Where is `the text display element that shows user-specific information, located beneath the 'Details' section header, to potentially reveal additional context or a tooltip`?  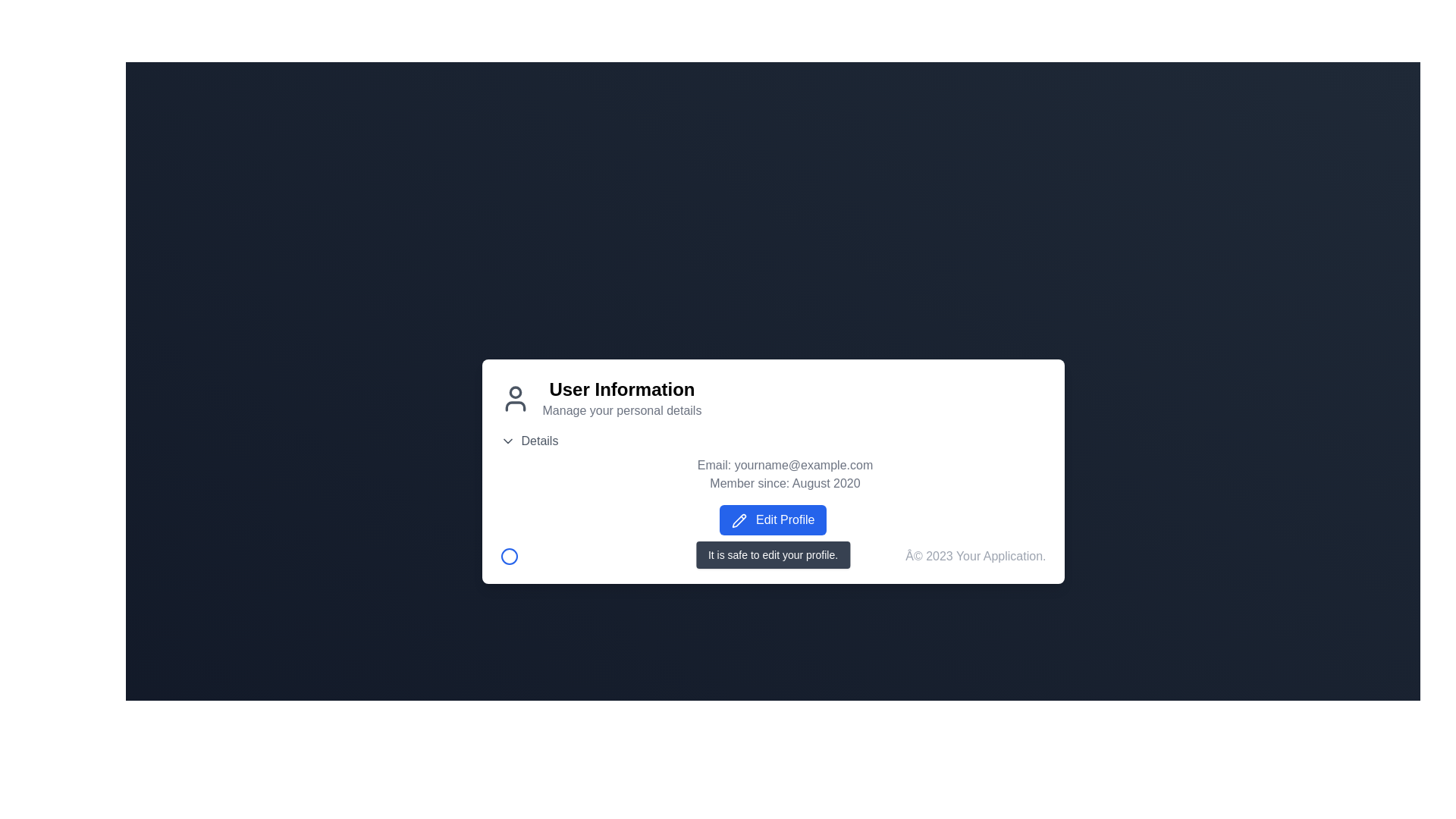
the text display element that shows user-specific information, located beneath the 'Details' section header, to potentially reveal additional context or a tooltip is located at coordinates (773, 473).